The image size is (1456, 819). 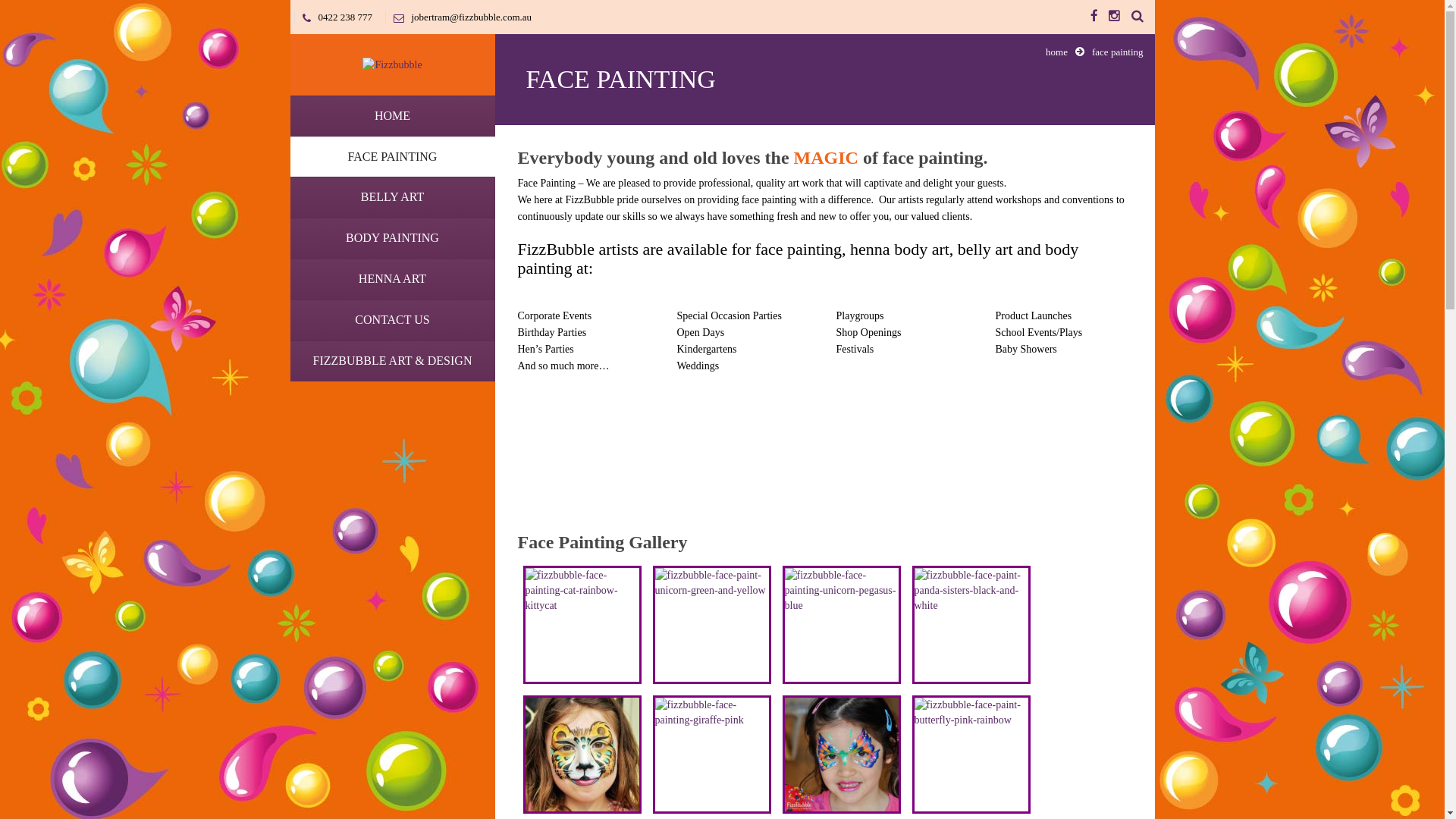 I want to click on 'fizzbubble-face-painting-cat-rainbow-kittycat', so click(x=581, y=625).